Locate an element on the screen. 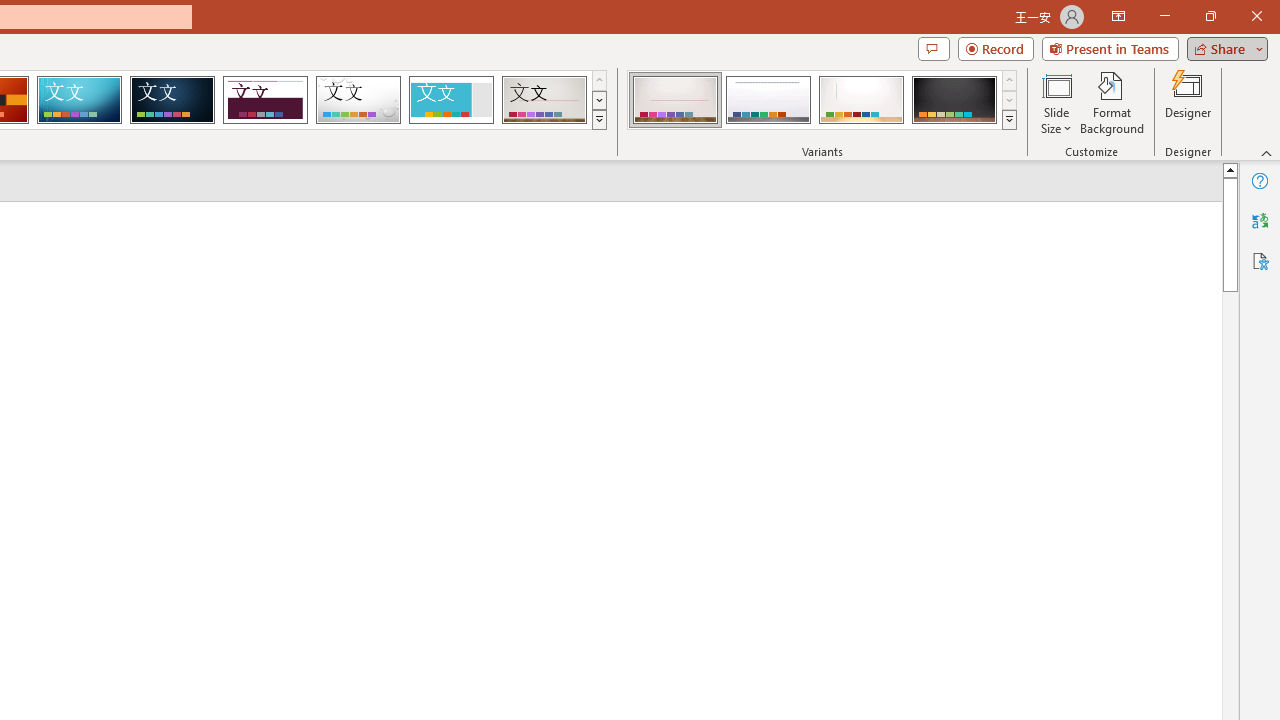 This screenshot has height=720, width=1280. 'Gallery Variant 1' is located at coordinates (675, 100).